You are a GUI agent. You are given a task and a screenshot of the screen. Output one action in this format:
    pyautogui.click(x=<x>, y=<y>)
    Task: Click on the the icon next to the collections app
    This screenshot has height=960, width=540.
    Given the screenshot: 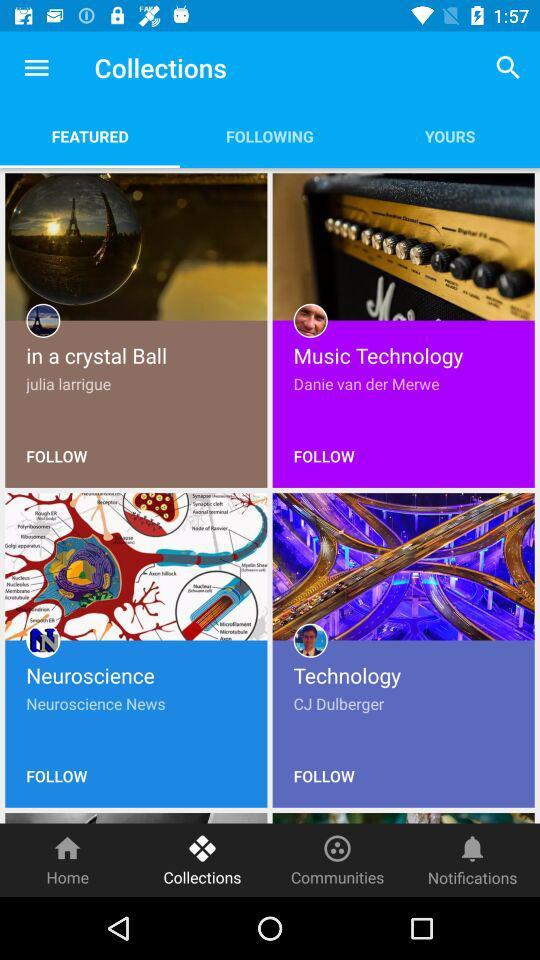 What is the action you would take?
    pyautogui.click(x=36, y=68)
    